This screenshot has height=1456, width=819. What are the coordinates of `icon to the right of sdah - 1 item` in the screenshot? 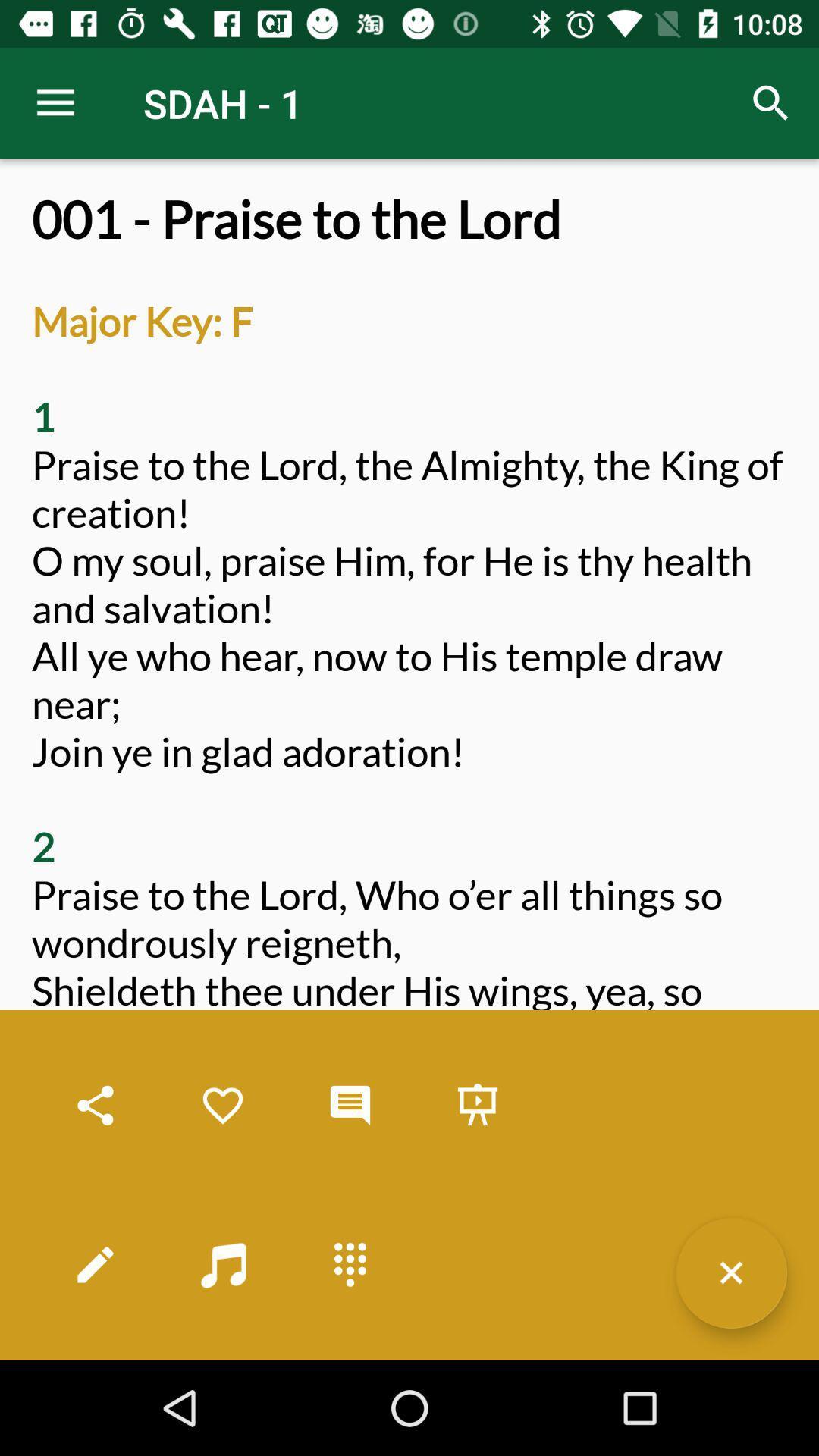 It's located at (771, 102).